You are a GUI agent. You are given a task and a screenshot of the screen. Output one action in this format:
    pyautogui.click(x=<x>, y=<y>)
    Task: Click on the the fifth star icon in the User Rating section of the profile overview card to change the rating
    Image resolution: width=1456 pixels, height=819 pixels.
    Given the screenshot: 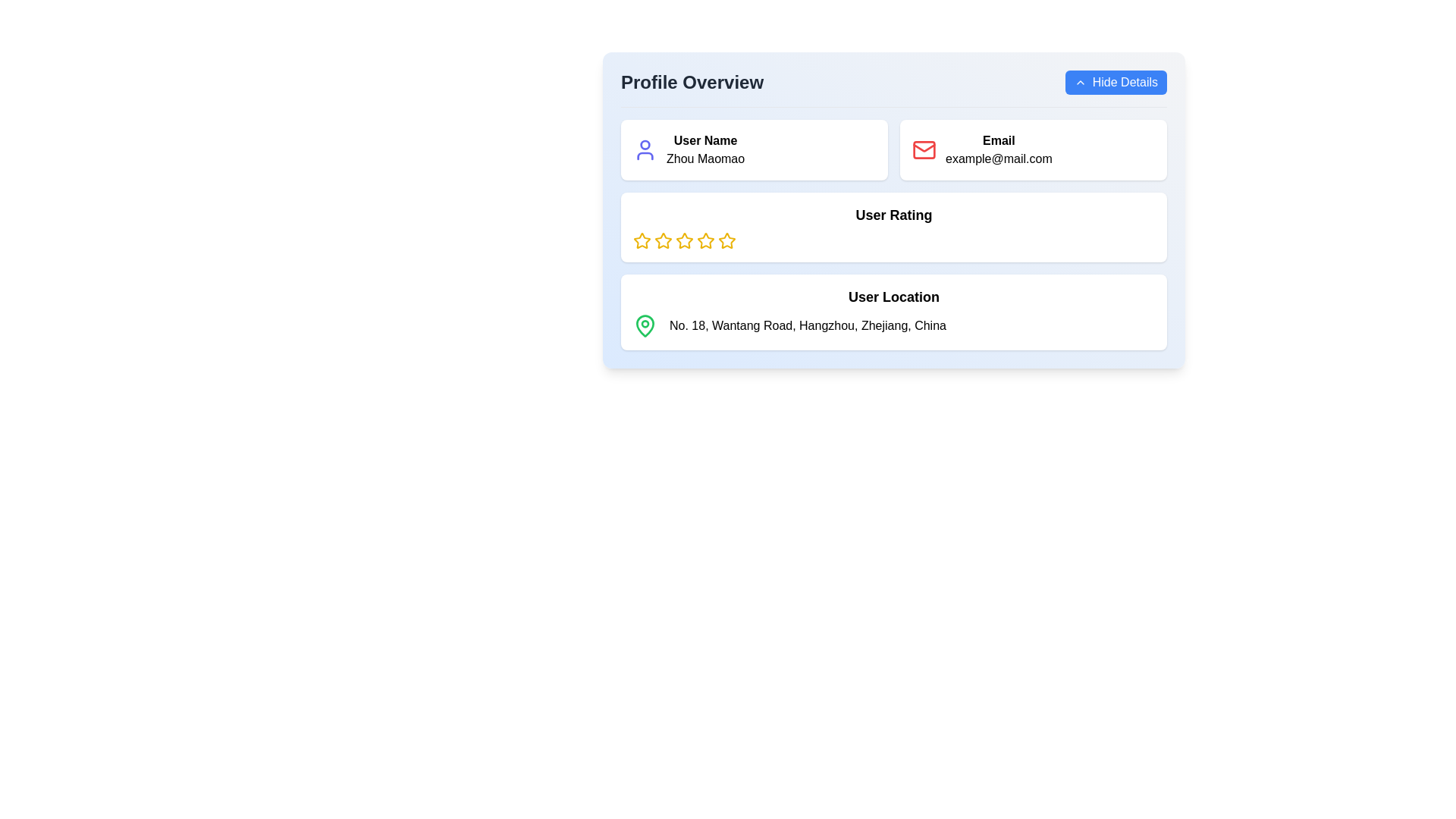 What is the action you would take?
    pyautogui.click(x=726, y=240)
    